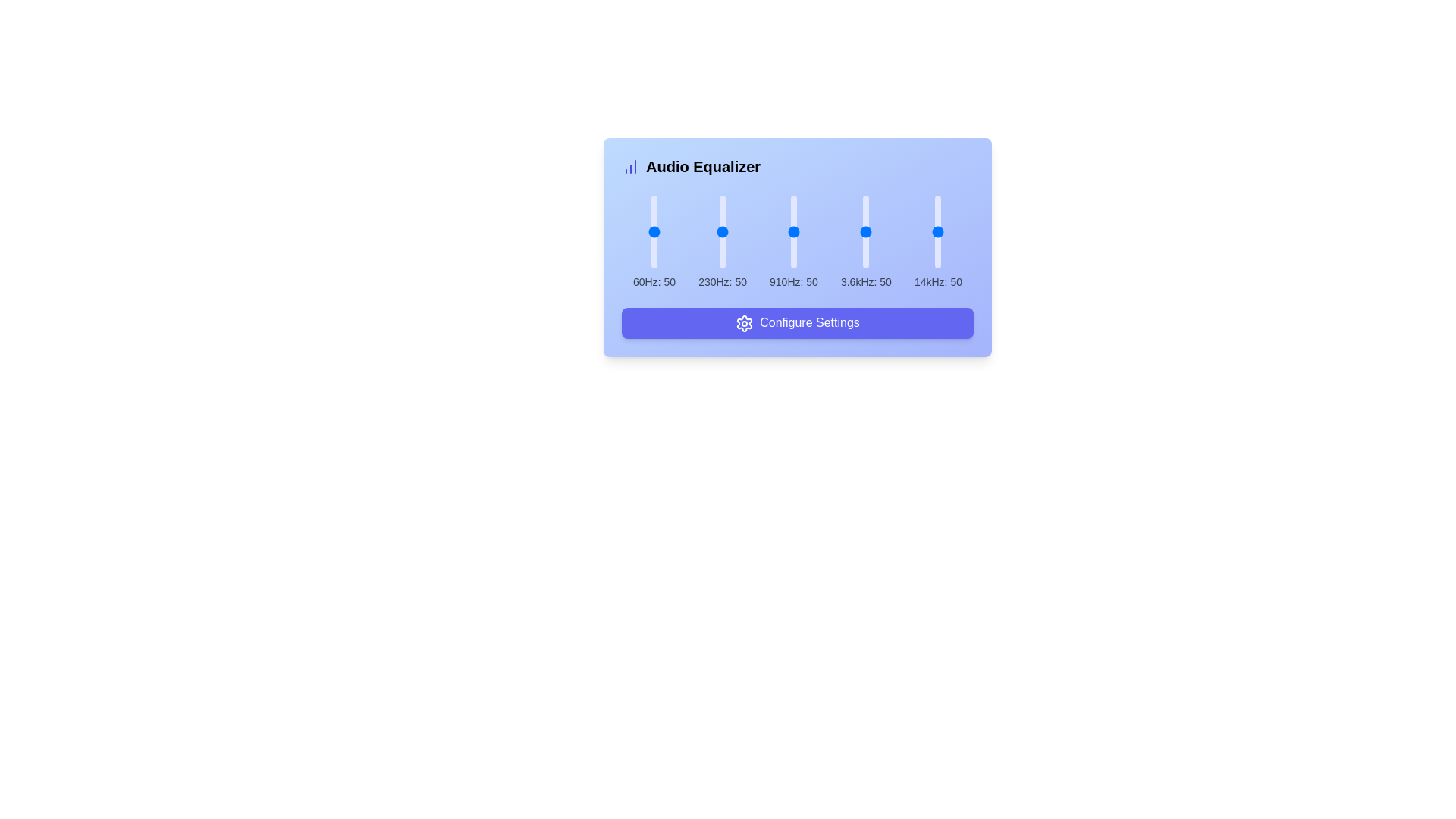 The height and width of the screenshot is (819, 1456). What do you see at coordinates (654, 281) in the screenshot?
I see `the static text element displaying '60Hz: 50' in the audio equalizer interface, located at the bottom of the first column` at bounding box center [654, 281].